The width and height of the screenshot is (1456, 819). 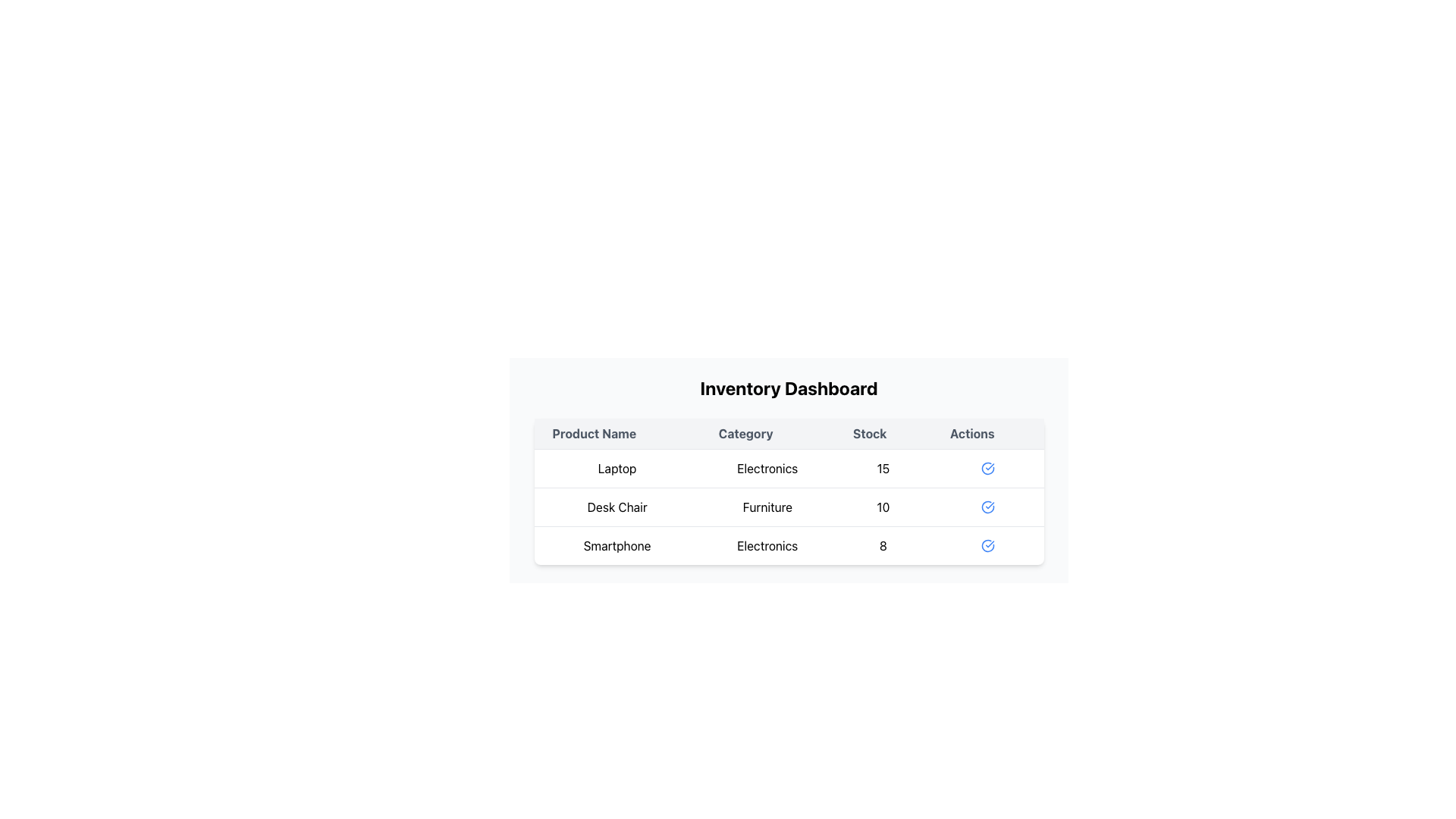 What do you see at coordinates (789, 388) in the screenshot?
I see `'Inventory Dashboard' text label that serves as a descriptive heading for the inventory table, providing context for the displayed data` at bounding box center [789, 388].